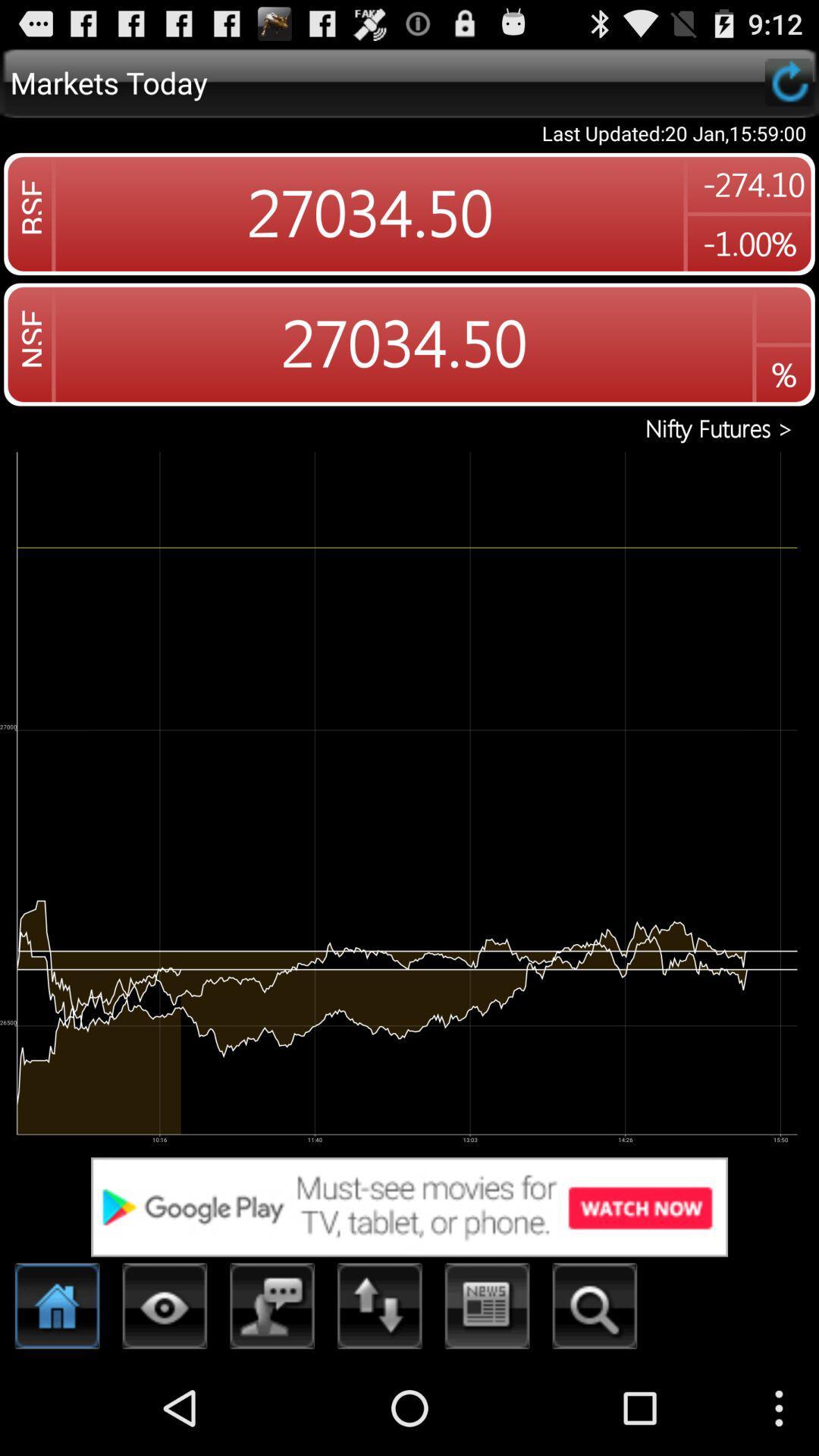  Describe the element at coordinates (271, 1310) in the screenshot. I see `the third icon from the bottom left` at that location.